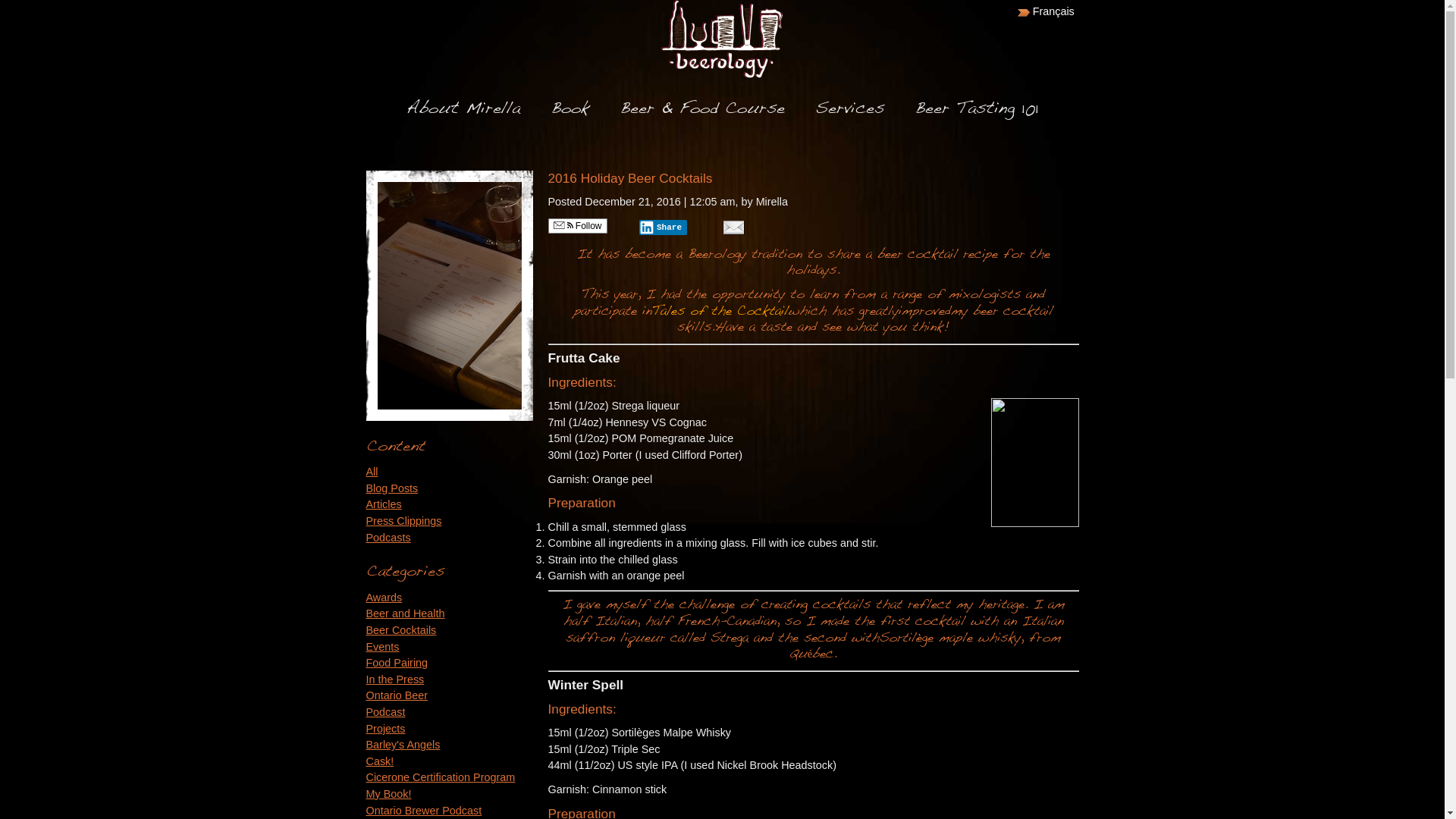 Image resolution: width=1456 pixels, height=819 pixels. What do you see at coordinates (701, 108) in the screenshot?
I see `'Beer & Food Course'` at bounding box center [701, 108].